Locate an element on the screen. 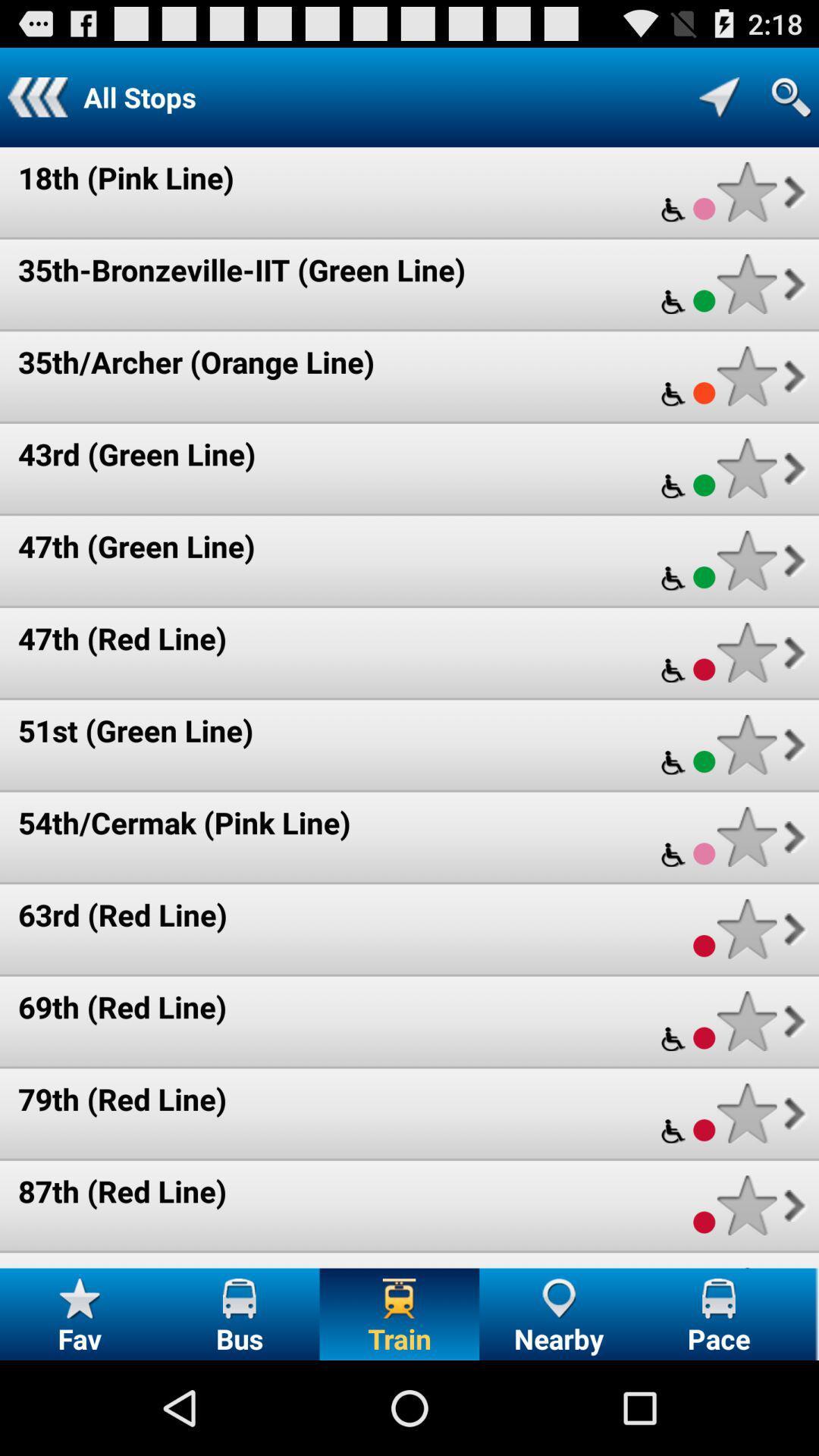  voltar a tela anterior is located at coordinates (36, 96).